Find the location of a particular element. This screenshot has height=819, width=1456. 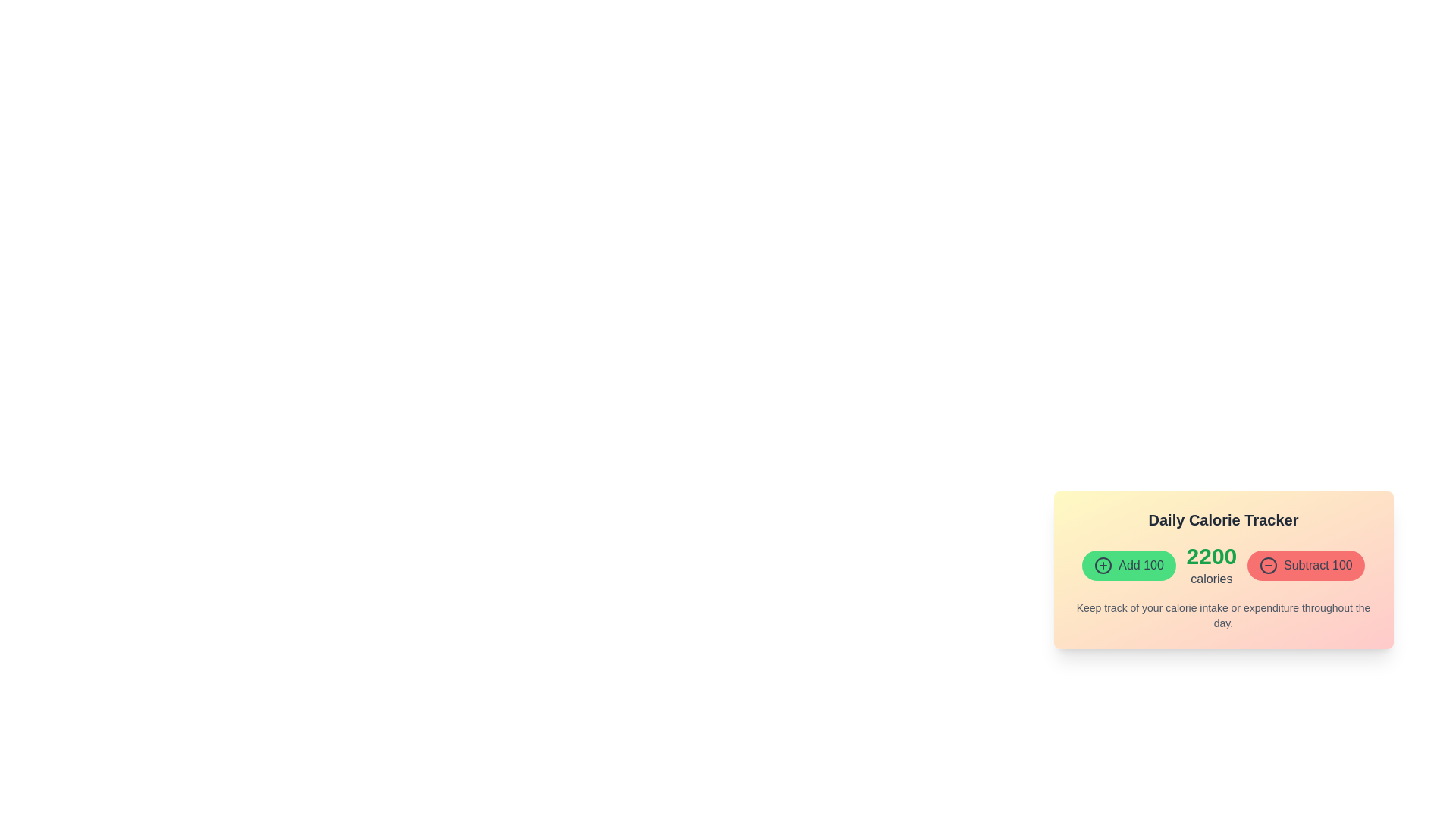

the label displaying the current calorie count ('2200 calories') located between the 'Add 100' green button and the 'Subtract 100' red button in the 'Daily Calorie Tracker' section is located at coordinates (1211, 565).